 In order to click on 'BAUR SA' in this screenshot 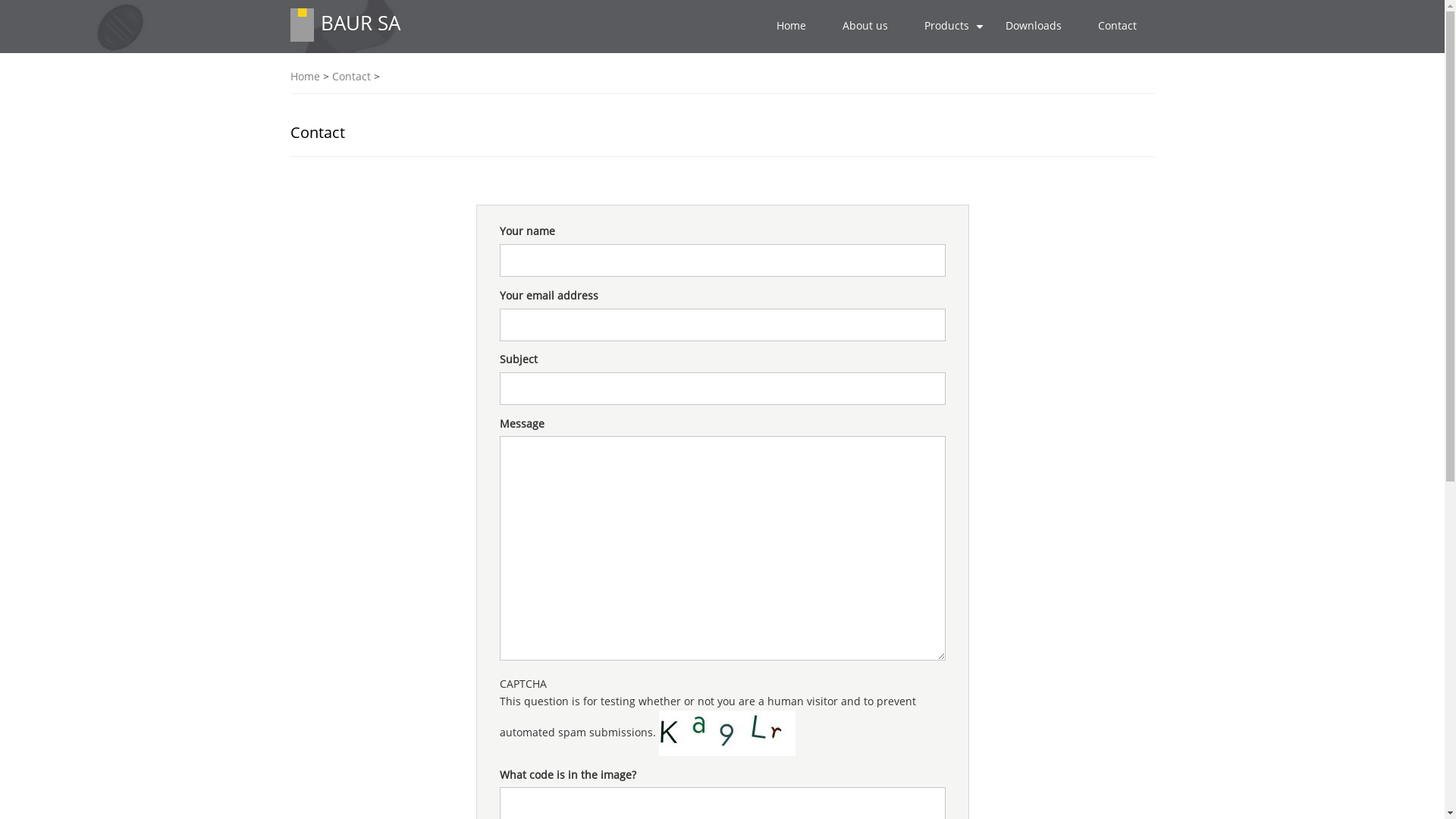, I will do `click(359, 23)`.